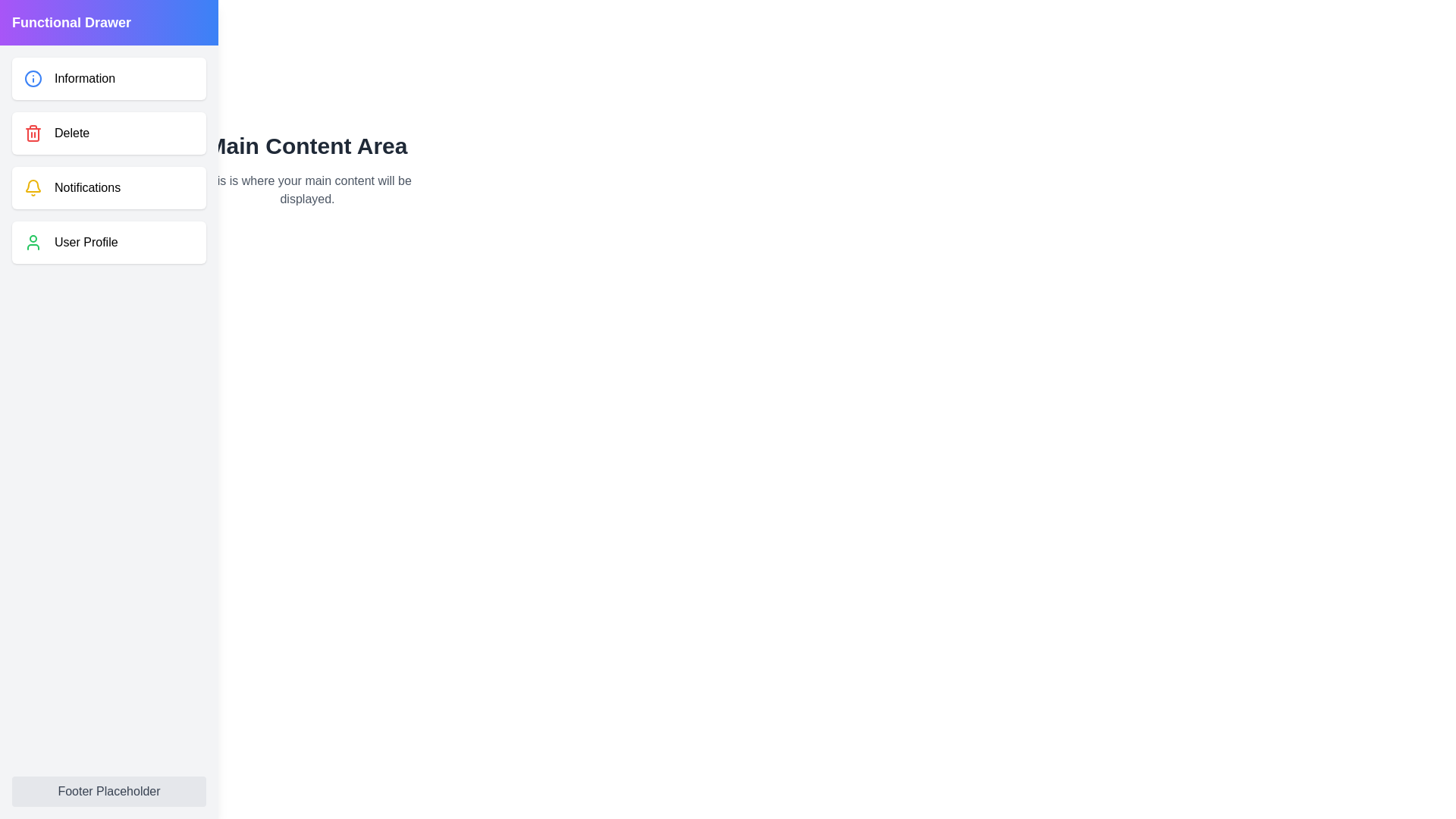 The width and height of the screenshot is (1456, 819). I want to click on the notification bell icon in the sidebar menu that visually resembles a hollow bell with a yellow outline, indicating notification functionality, so click(33, 185).